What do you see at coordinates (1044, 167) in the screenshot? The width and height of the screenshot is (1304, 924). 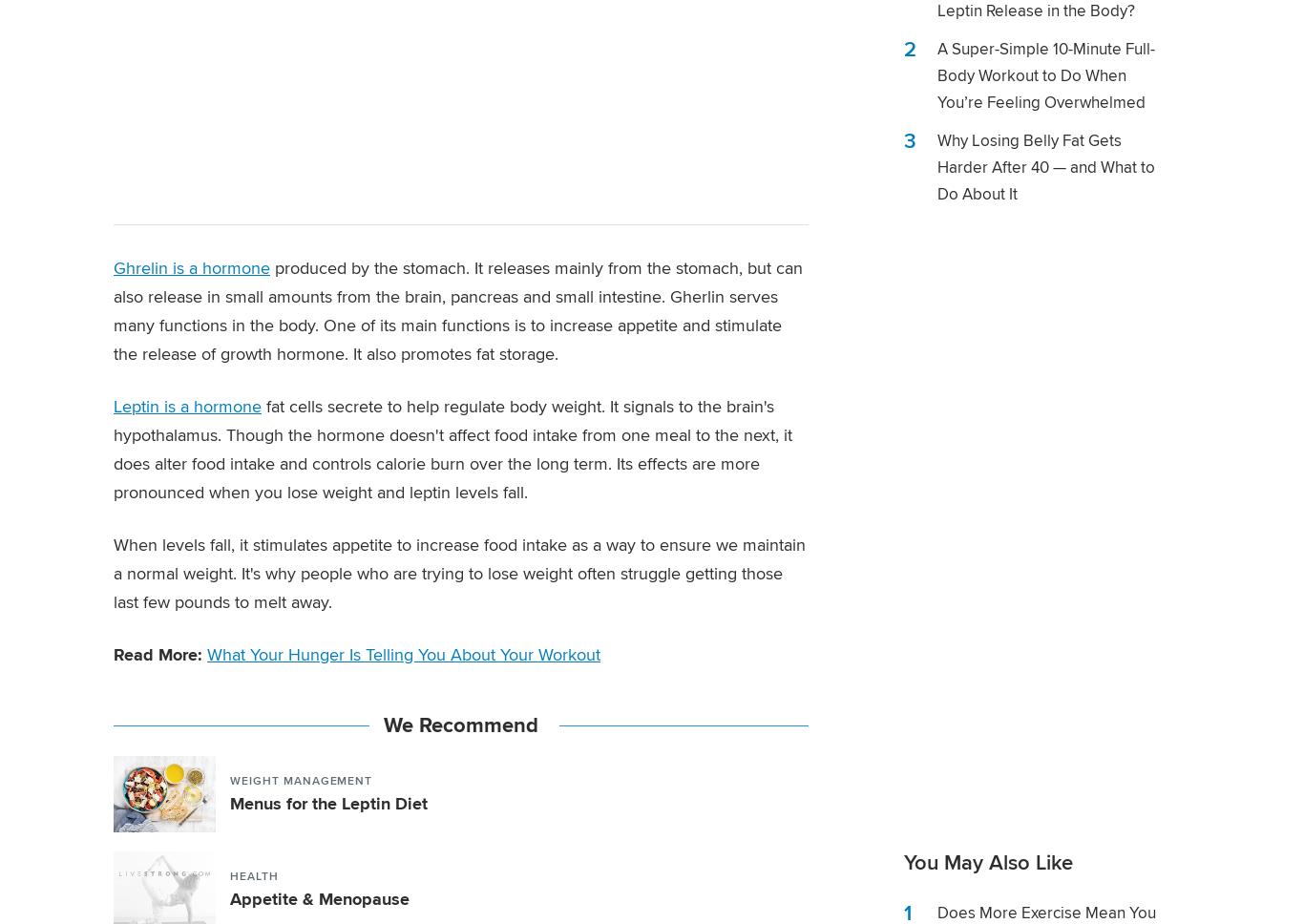 I see `'Why Losing Belly Fat Gets Harder After 40 — and What to Do About It'` at bounding box center [1044, 167].